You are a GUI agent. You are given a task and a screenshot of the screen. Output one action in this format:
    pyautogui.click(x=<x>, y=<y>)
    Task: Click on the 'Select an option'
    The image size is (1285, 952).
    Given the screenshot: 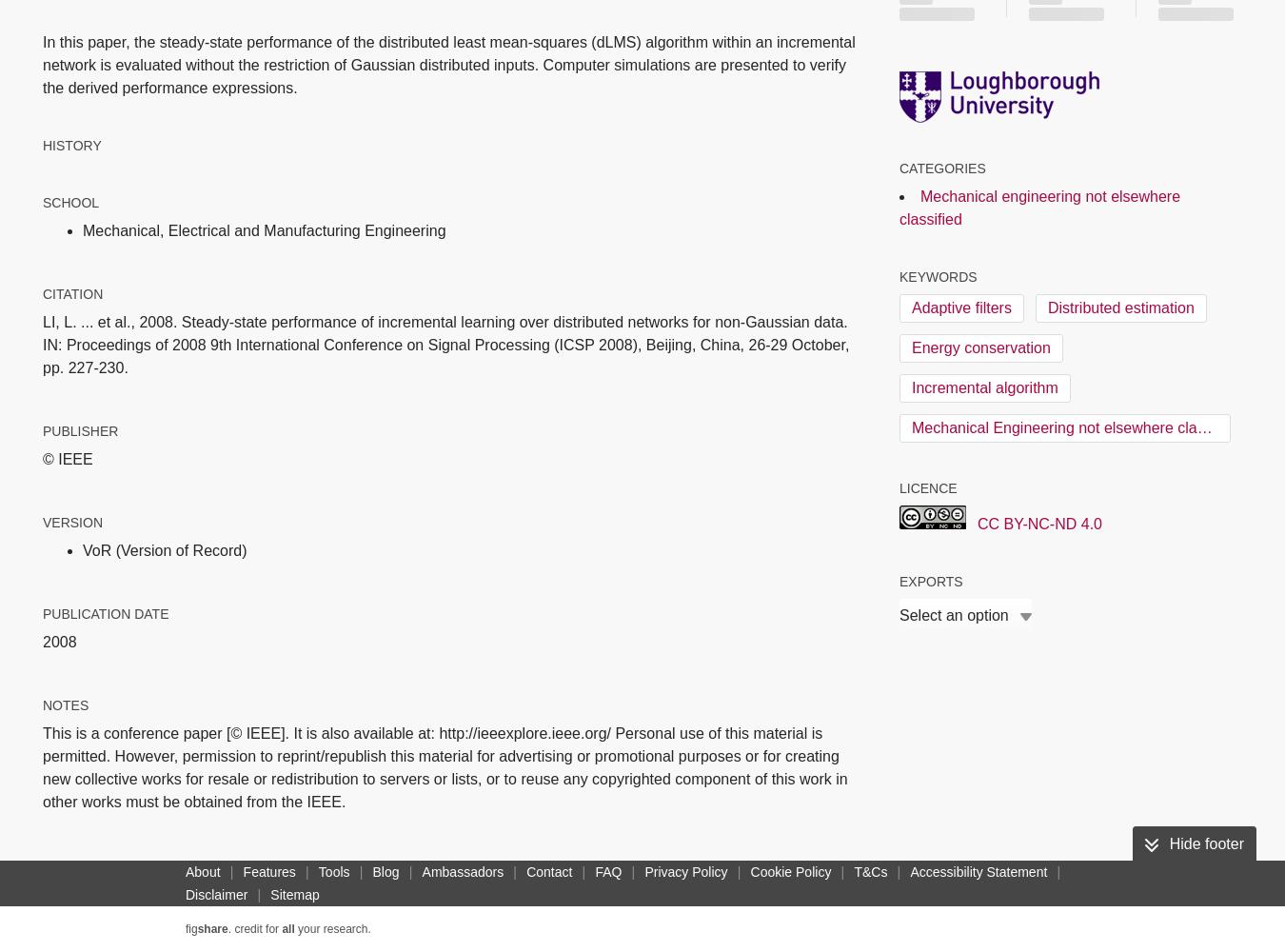 What is the action you would take?
    pyautogui.click(x=952, y=614)
    